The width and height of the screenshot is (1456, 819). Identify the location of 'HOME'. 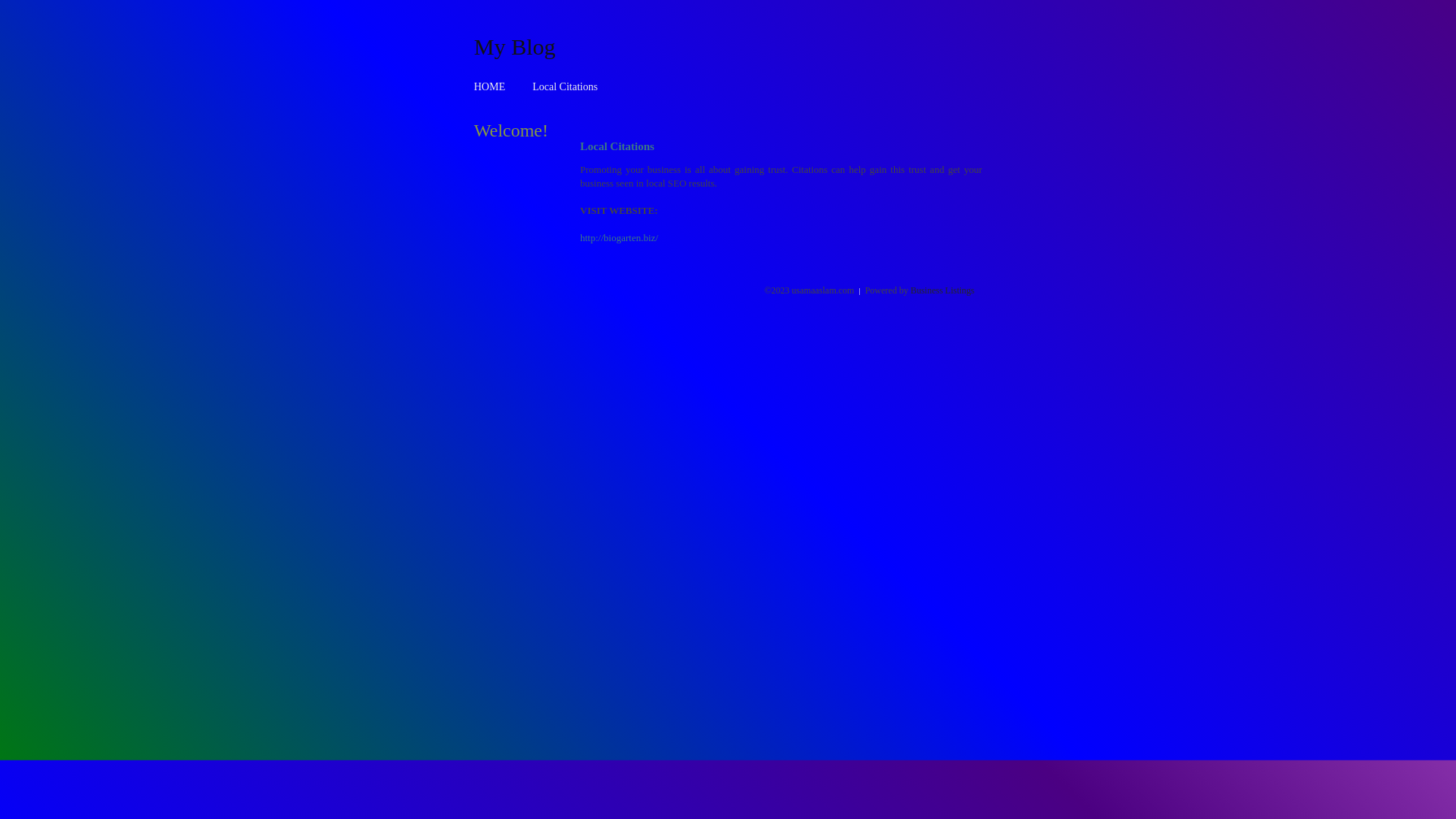
(489, 86).